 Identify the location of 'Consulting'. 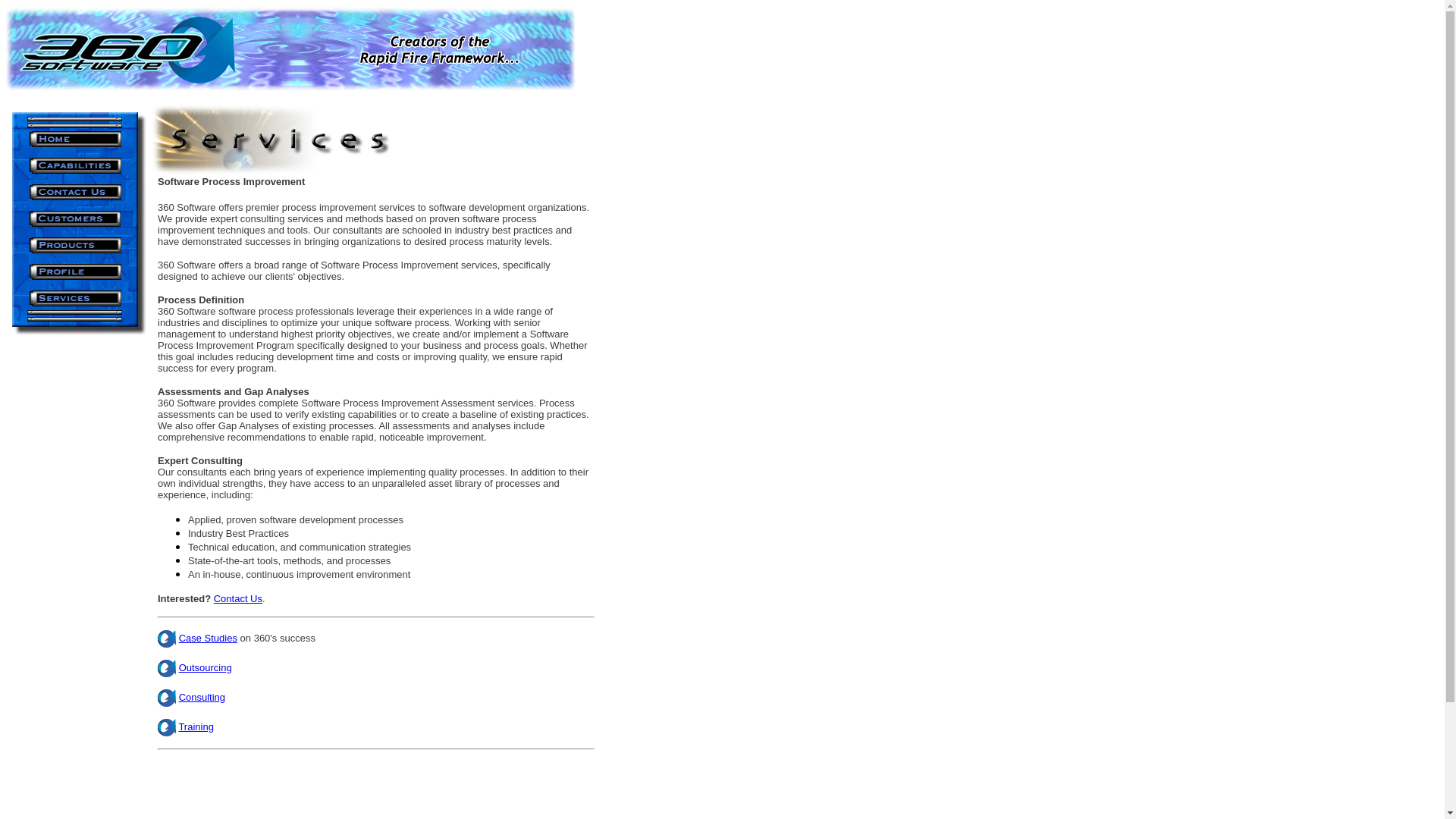
(201, 697).